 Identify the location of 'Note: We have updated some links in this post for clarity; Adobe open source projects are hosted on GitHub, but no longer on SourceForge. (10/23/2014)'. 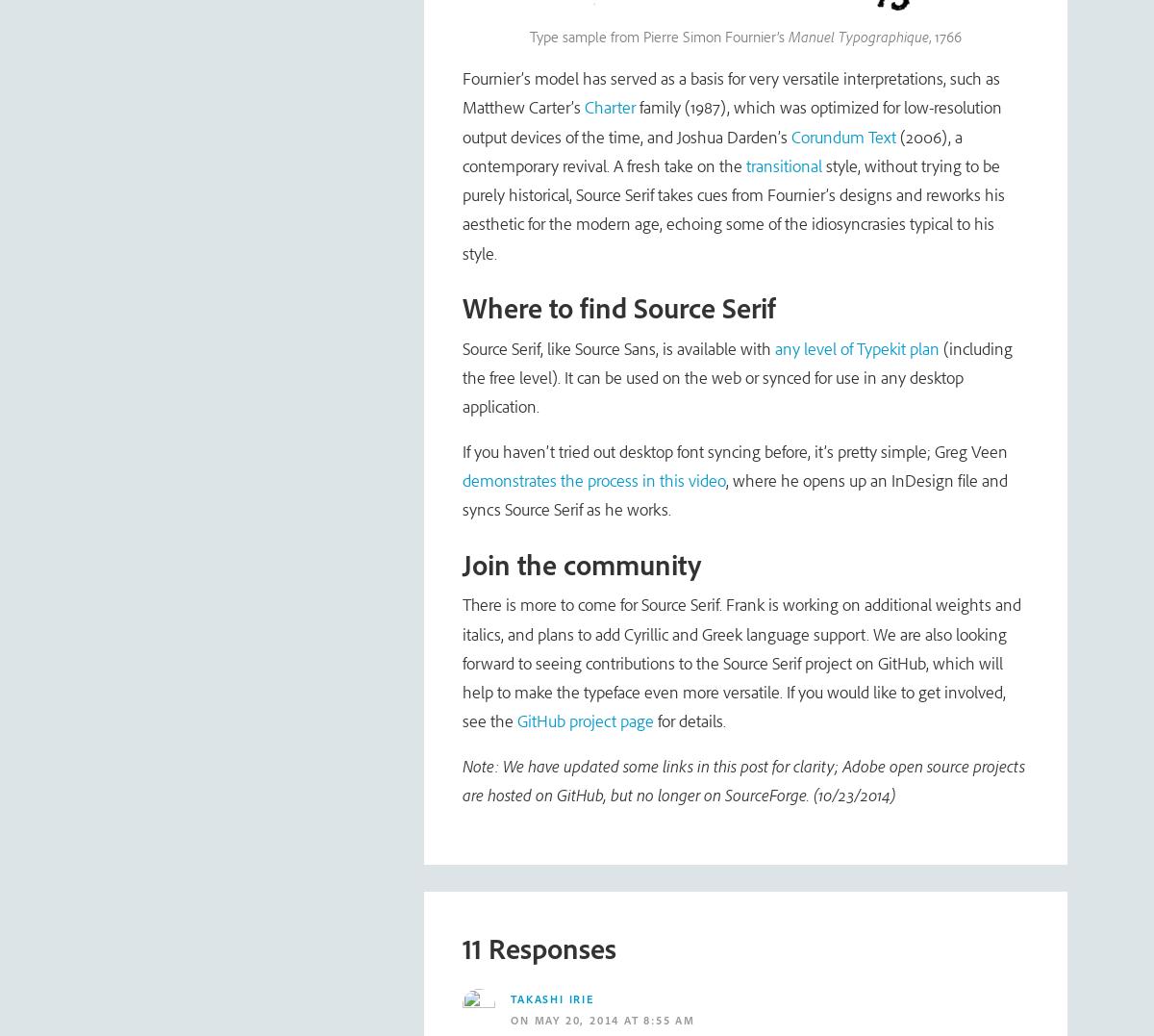
(742, 780).